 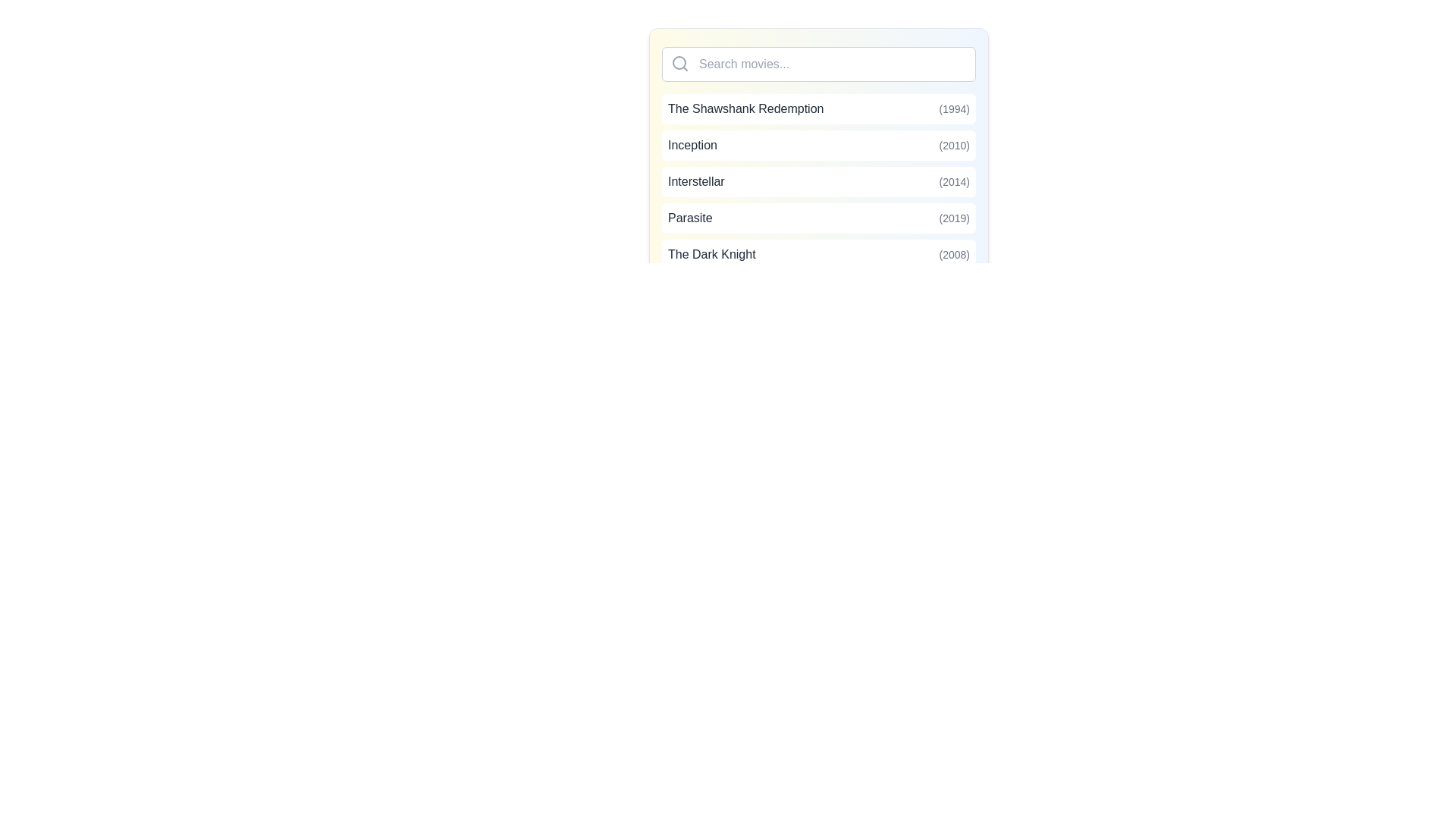 I want to click on the selectable movie item in the third slot of the vertical list, so click(x=818, y=180).